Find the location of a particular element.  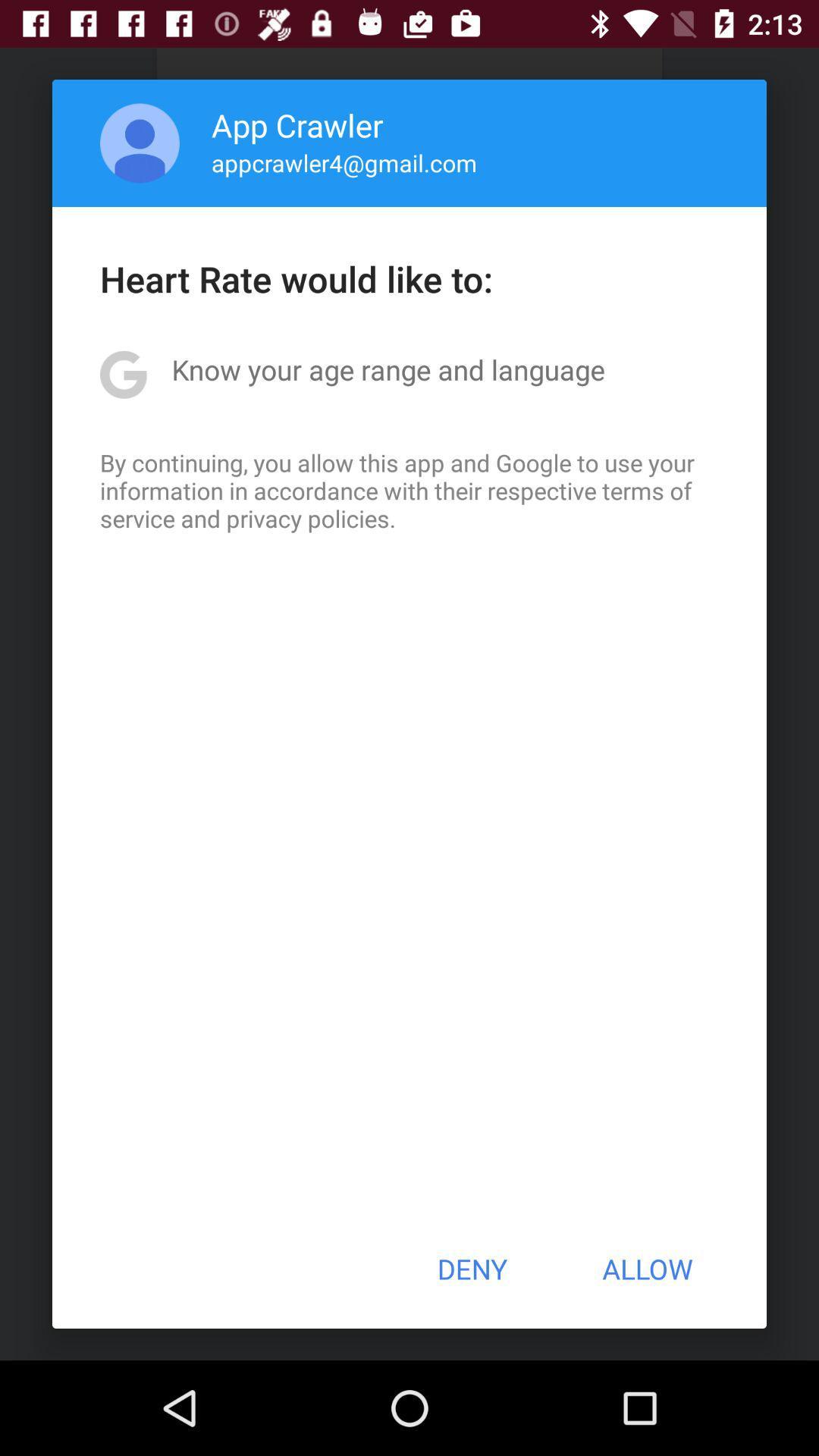

item above heart rate would is located at coordinates (140, 143).